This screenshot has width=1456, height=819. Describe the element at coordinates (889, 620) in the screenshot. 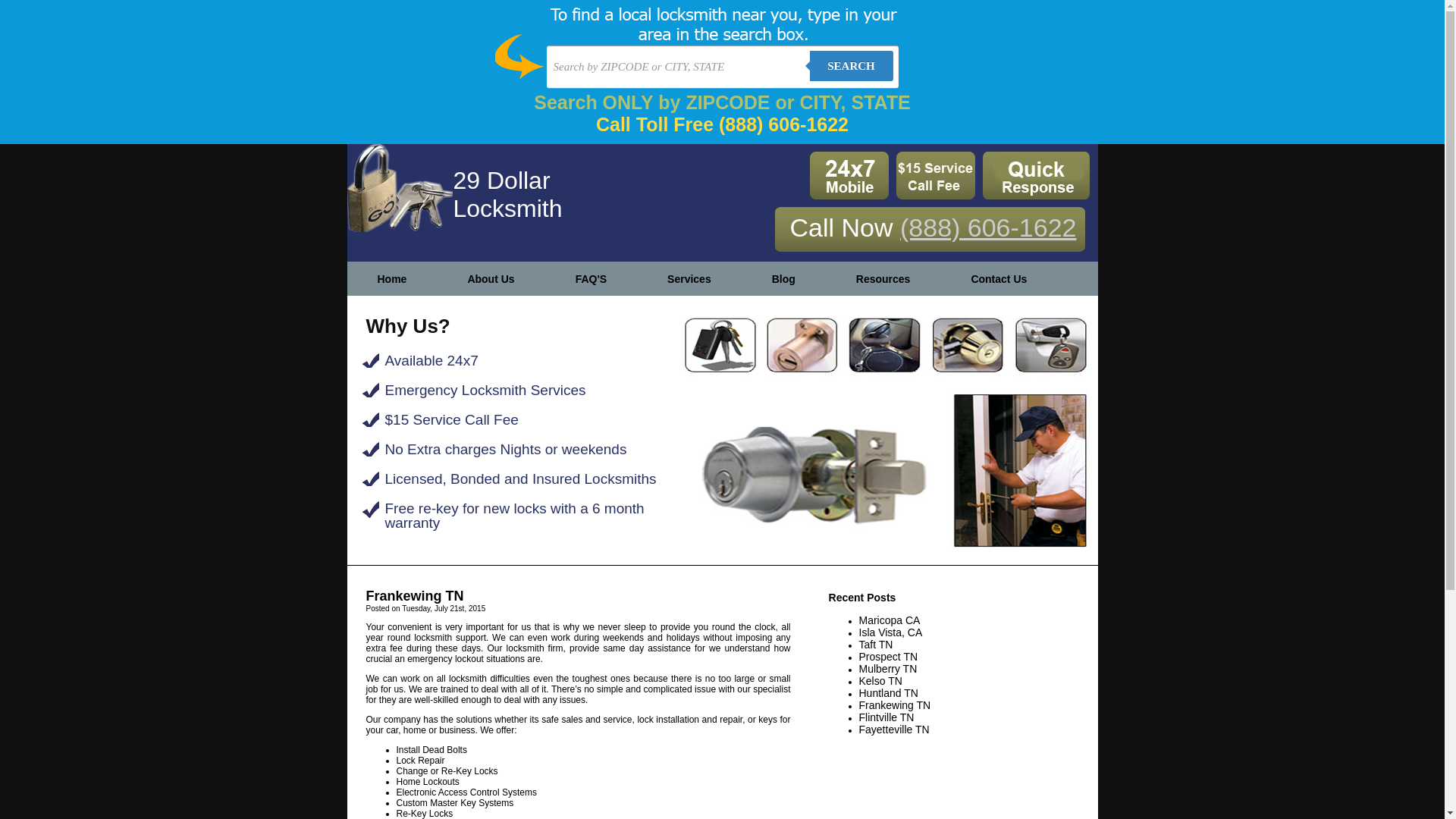

I see `'Maricopa CA'` at that location.